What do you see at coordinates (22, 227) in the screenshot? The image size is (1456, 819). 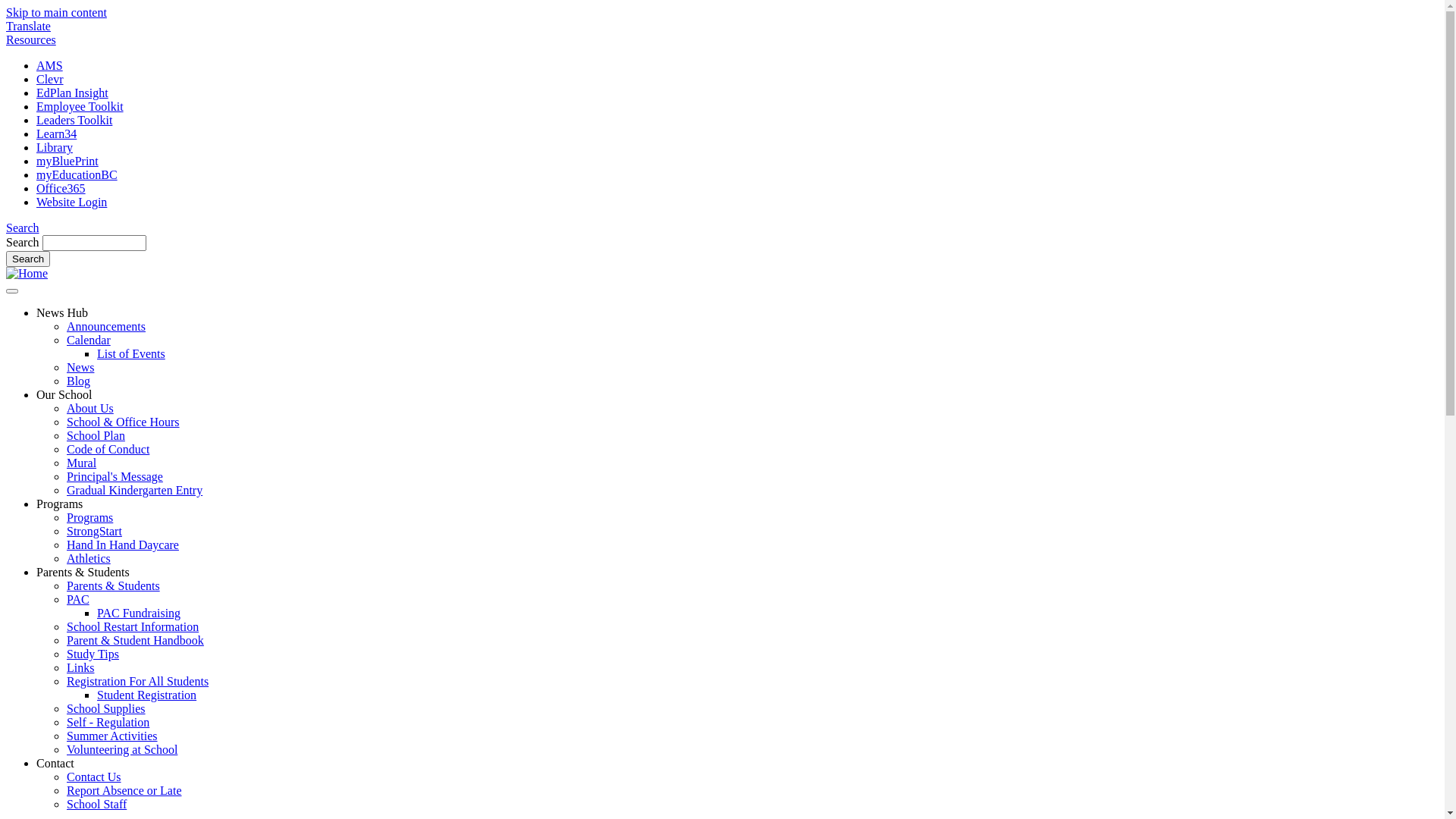 I see `'Search'` at bounding box center [22, 227].